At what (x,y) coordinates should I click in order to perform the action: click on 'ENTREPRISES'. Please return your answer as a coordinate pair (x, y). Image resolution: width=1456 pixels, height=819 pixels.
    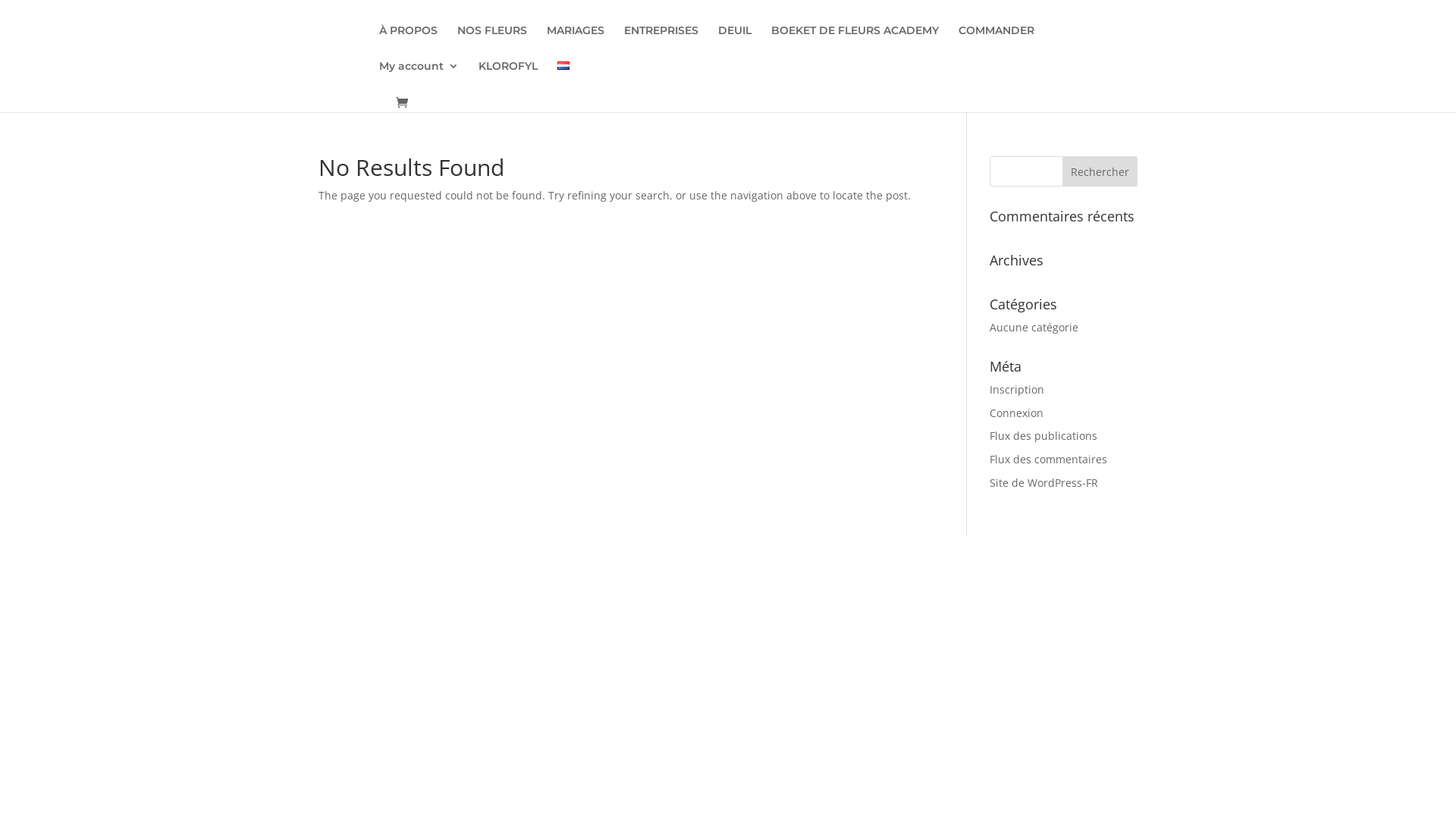
    Looking at the image, I should click on (661, 42).